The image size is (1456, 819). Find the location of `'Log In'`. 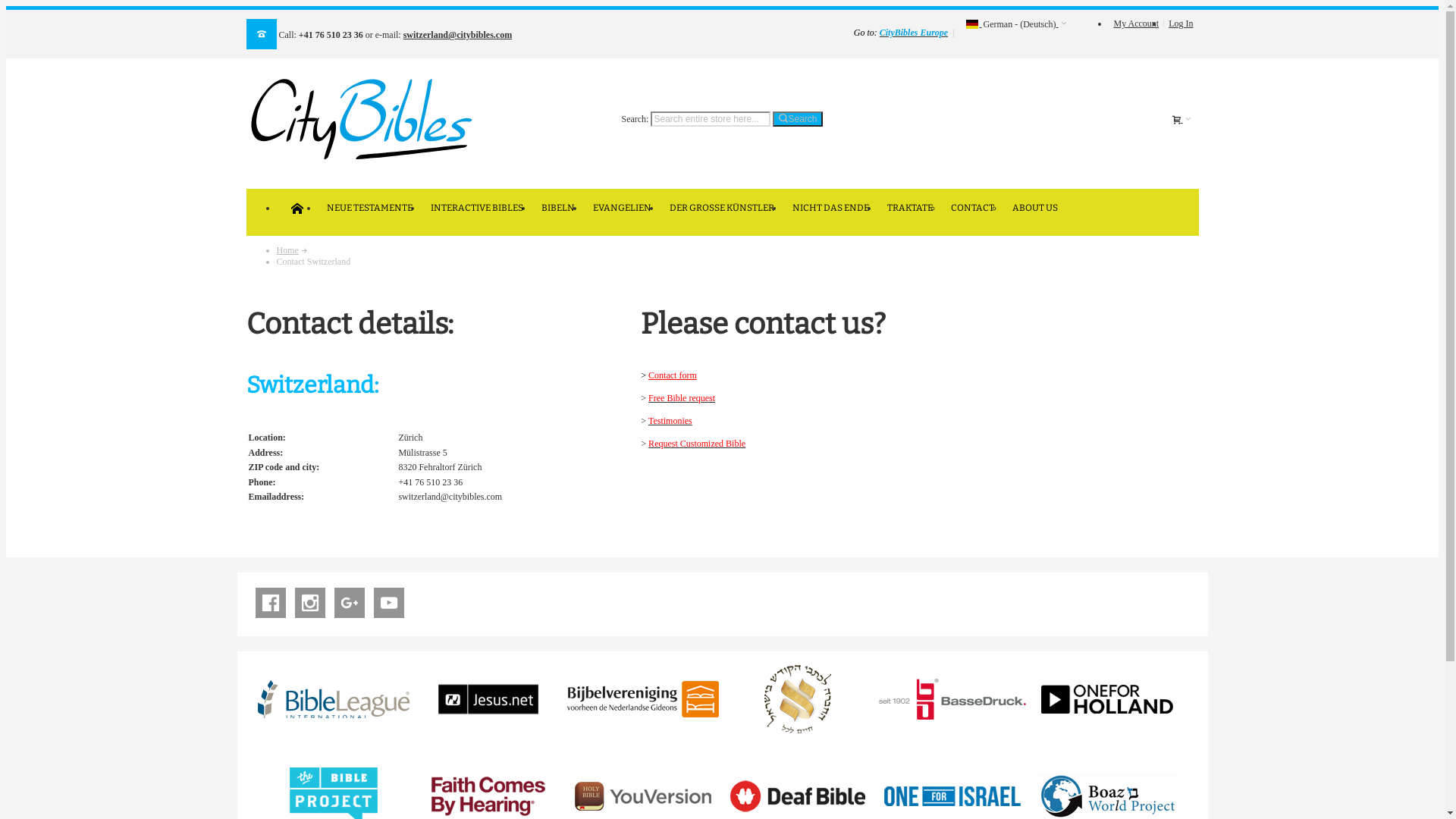

'Log In' is located at coordinates (1179, 23).